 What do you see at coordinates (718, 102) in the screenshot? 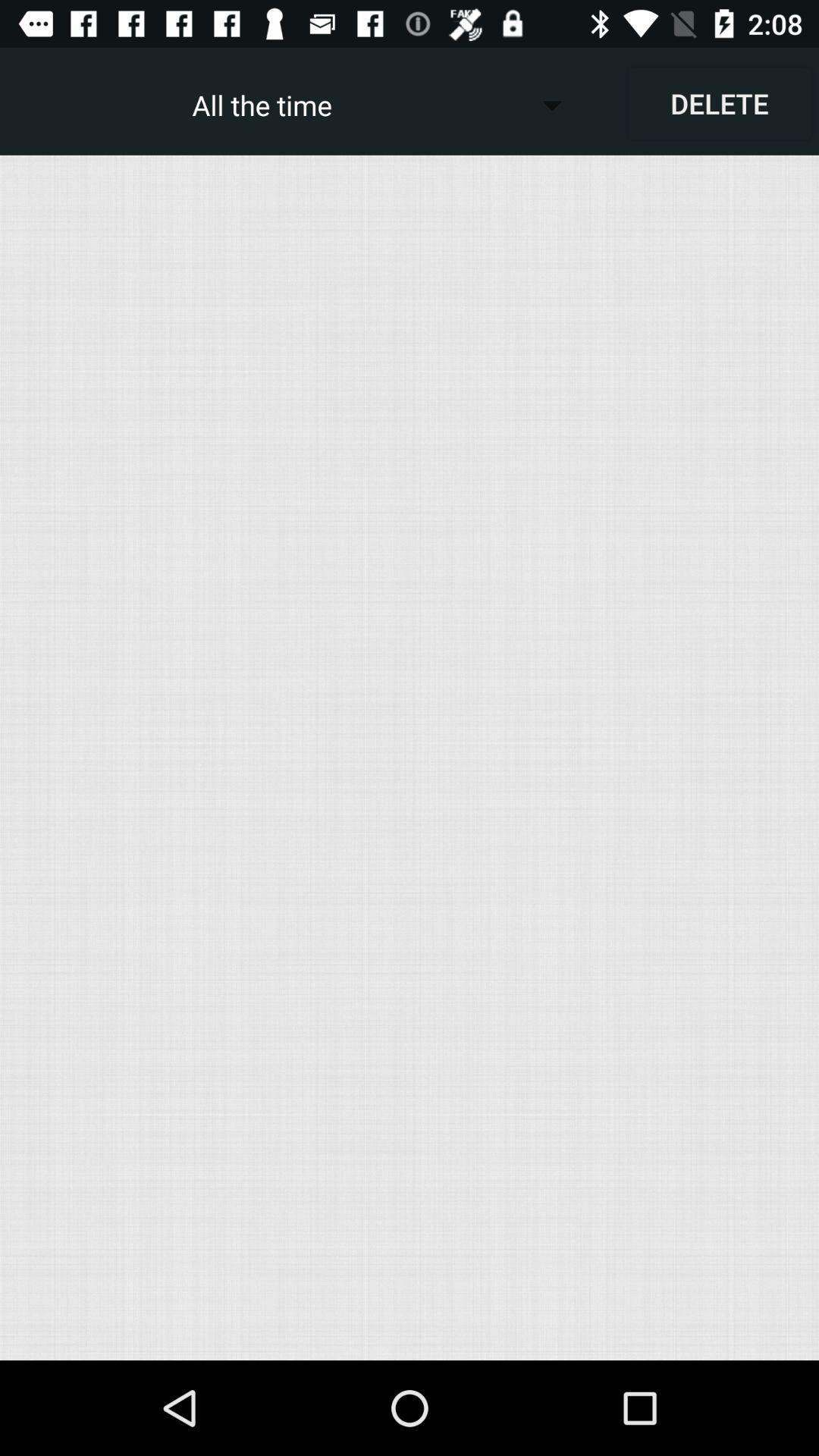
I see `item to the right of the all the time icon` at bounding box center [718, 102].